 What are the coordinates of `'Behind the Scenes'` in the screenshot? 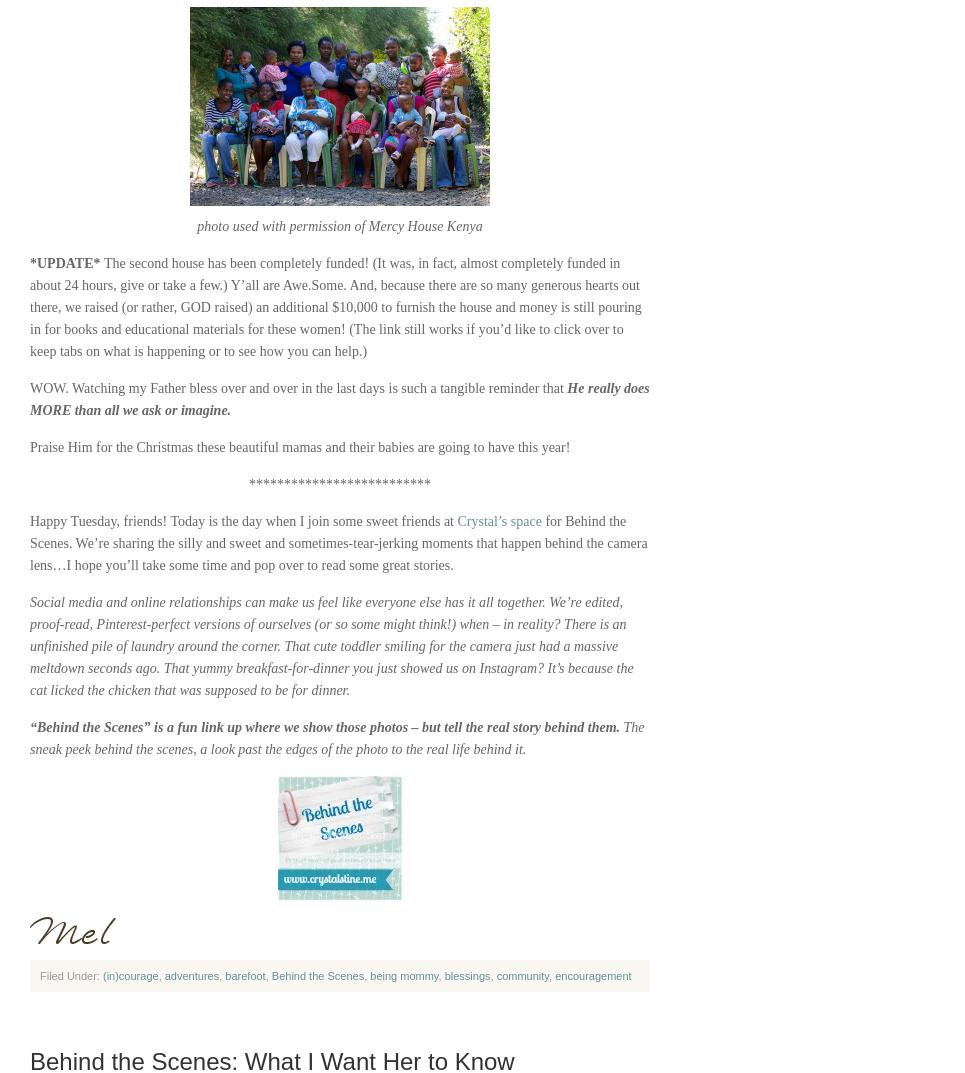 It's located at (316, 975).